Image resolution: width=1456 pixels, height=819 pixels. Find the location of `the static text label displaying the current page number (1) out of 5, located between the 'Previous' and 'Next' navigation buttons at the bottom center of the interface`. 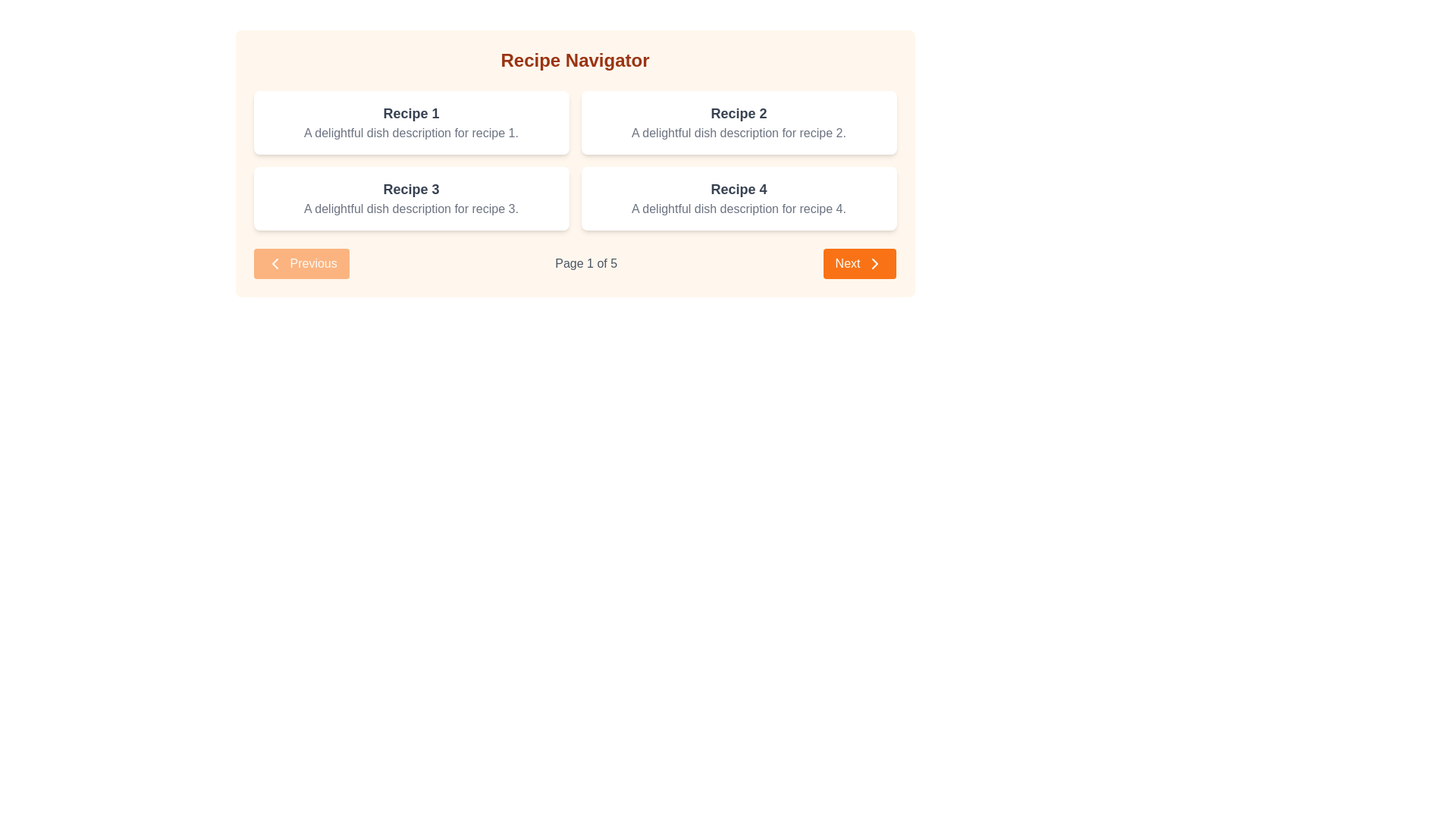

the static text label displaying the current page number (1) out of 5, located between the 'Previous' and 'Next' navigation buttons at the bottom center of the interface is located at coordinates (585, 262).